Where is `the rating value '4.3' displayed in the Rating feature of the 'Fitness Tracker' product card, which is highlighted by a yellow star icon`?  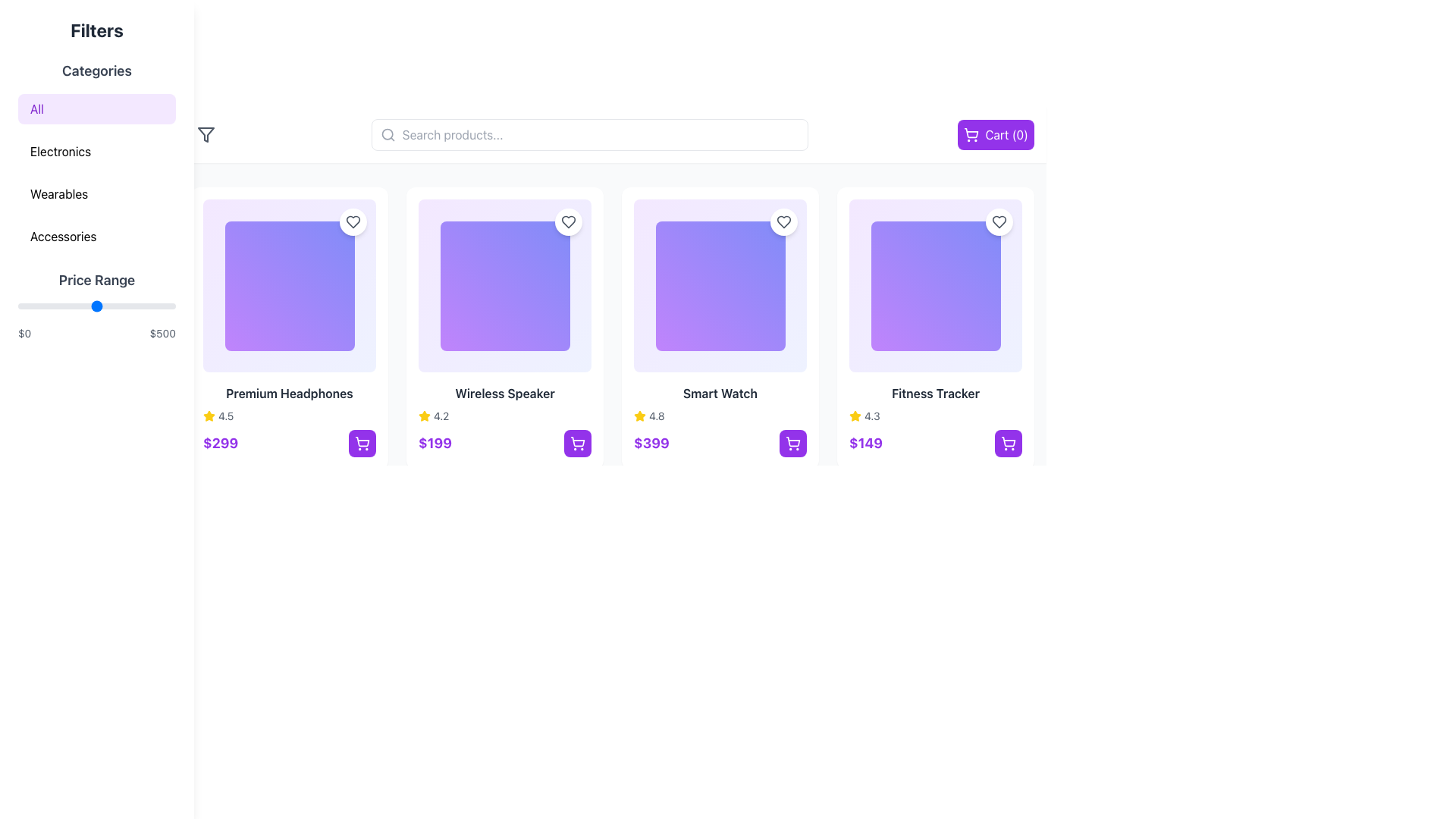
the rating value '4.3' displayed in the Rating feature of the 'Fitness Tracker' product card, which is highlighted by a yellow star icon is located at coordinates (934, 416).